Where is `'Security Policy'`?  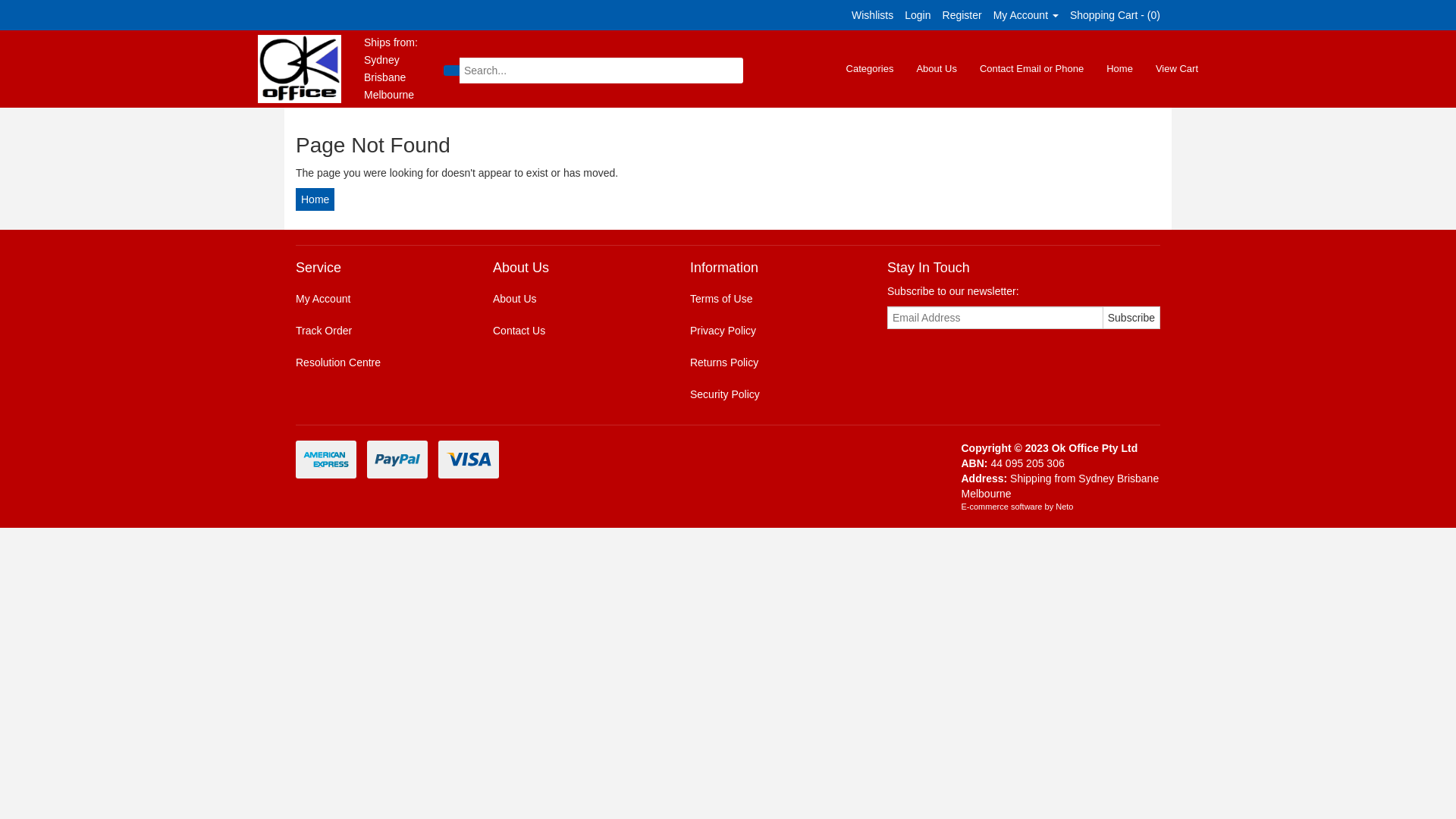 'Security Policy' is located at coordinates (771, 394).